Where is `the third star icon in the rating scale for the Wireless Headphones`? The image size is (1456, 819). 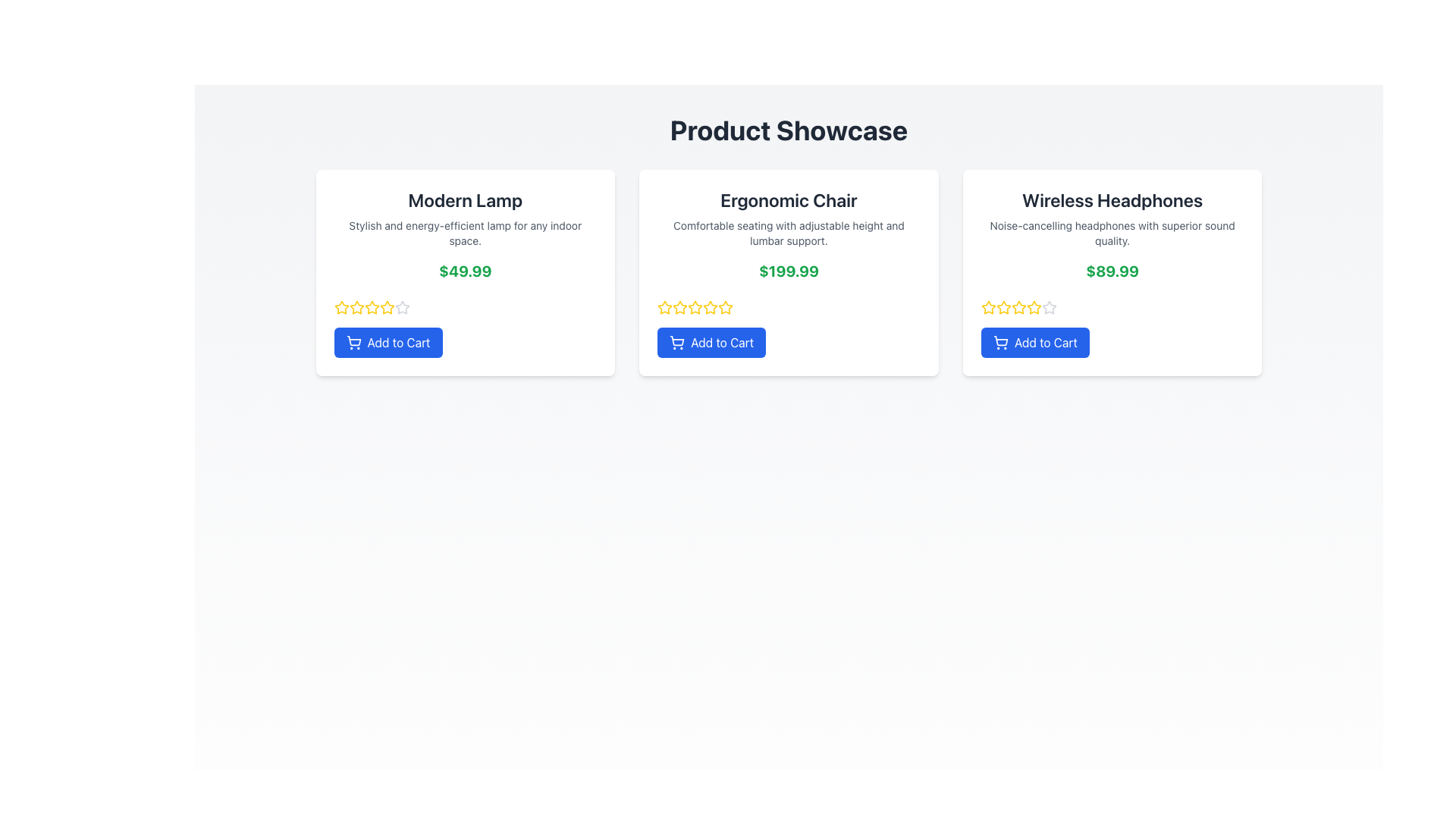
the third star icon in the rating scale for the Wireless Headphones is located at coordinates (1018, 307).